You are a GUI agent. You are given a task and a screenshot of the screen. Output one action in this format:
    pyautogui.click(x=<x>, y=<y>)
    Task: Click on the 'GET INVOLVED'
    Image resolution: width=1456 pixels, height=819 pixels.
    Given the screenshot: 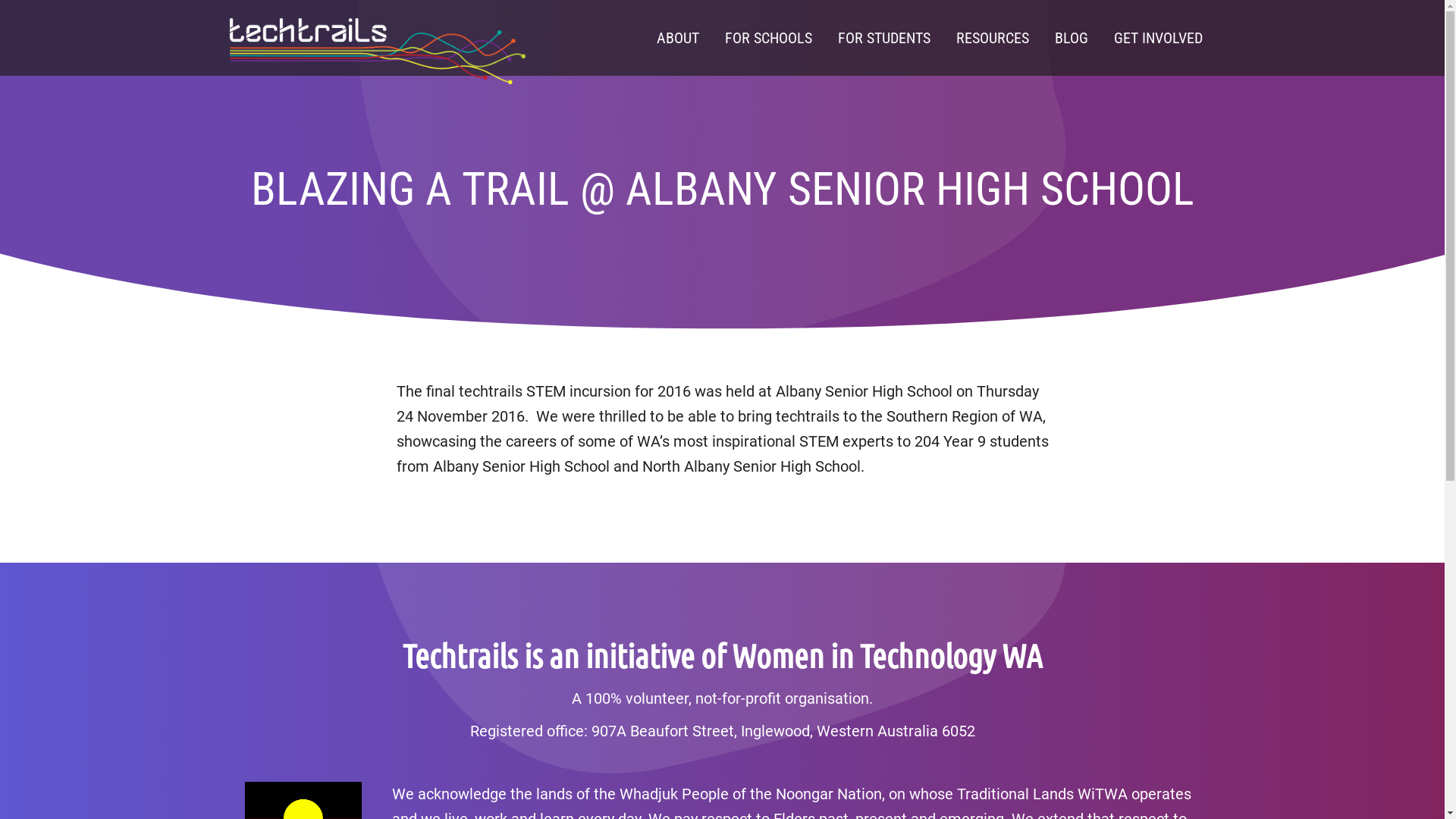 What is the action you would take?
    pyautogui.click(x=1157, y=37)
    